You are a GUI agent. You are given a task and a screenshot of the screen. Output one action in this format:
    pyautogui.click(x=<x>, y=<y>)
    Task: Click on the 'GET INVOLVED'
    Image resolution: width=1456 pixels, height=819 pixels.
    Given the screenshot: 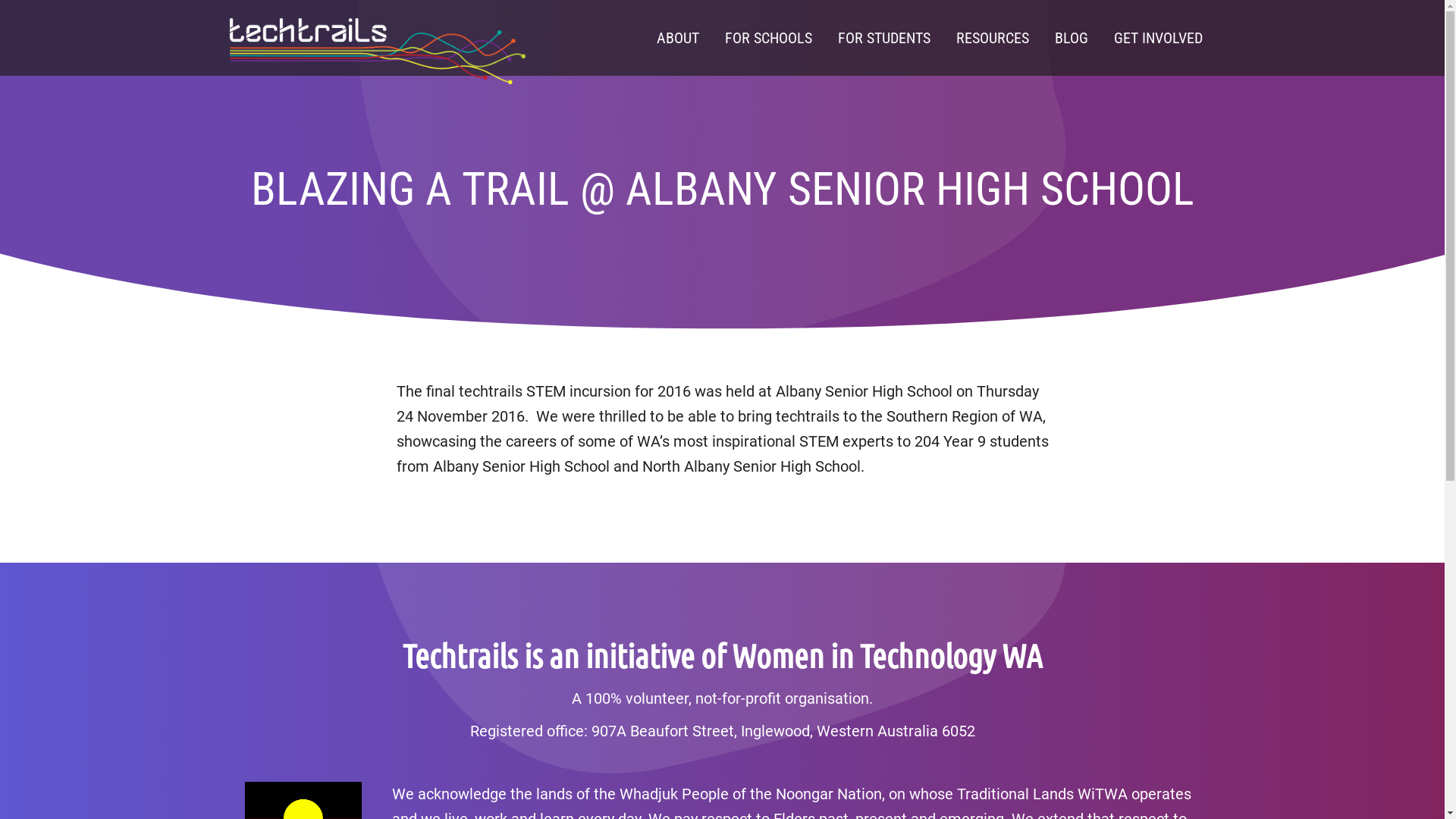 What is the action you would take?
    pyautogui.click(x=1157, y=37)
    